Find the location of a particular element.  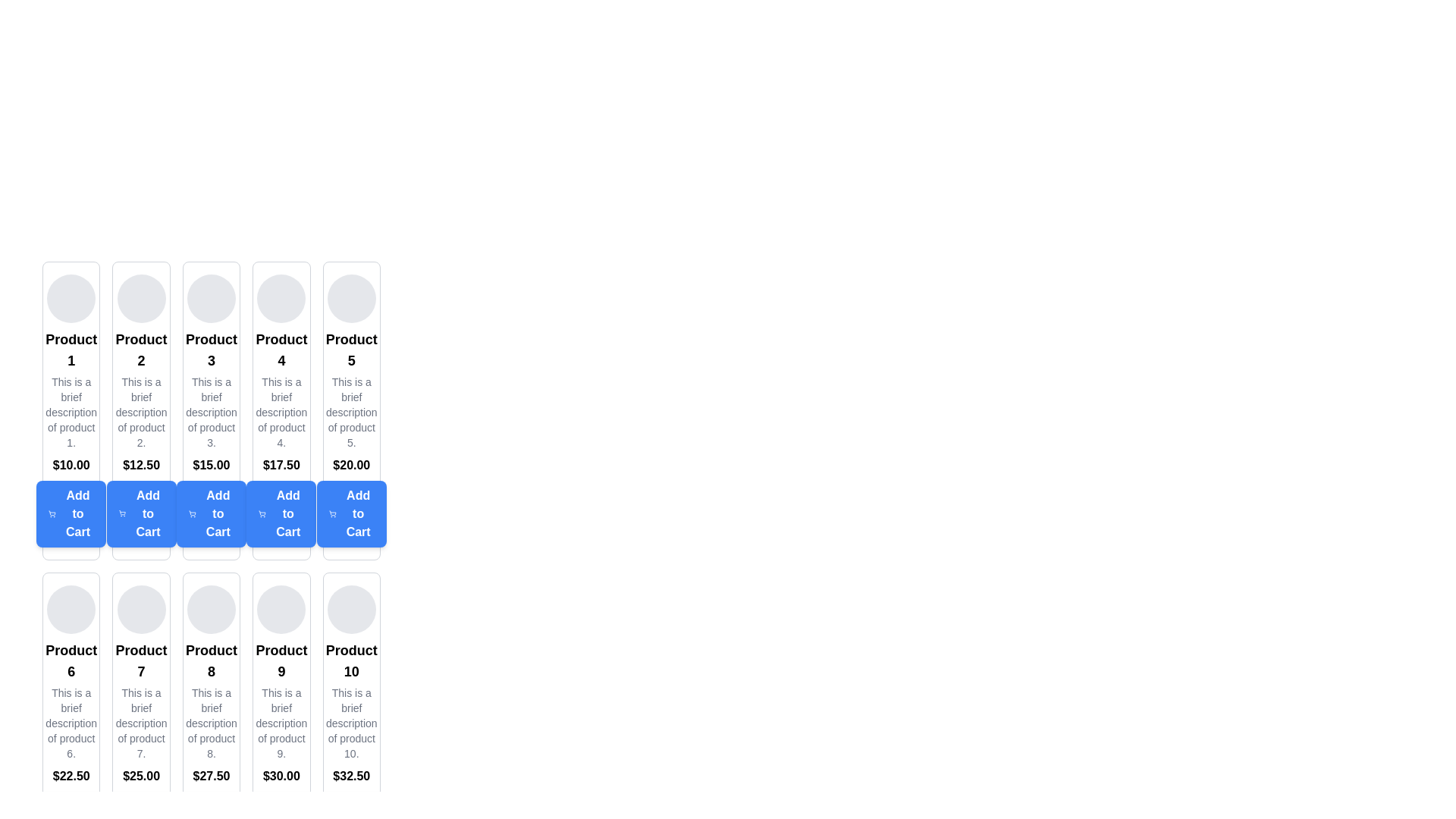

the blue rectangular 'Add to Cart' button with rounded corners, located at the bottom of the 'Product 5' card to trigger the hover effect is located at coordinates (350, 513).